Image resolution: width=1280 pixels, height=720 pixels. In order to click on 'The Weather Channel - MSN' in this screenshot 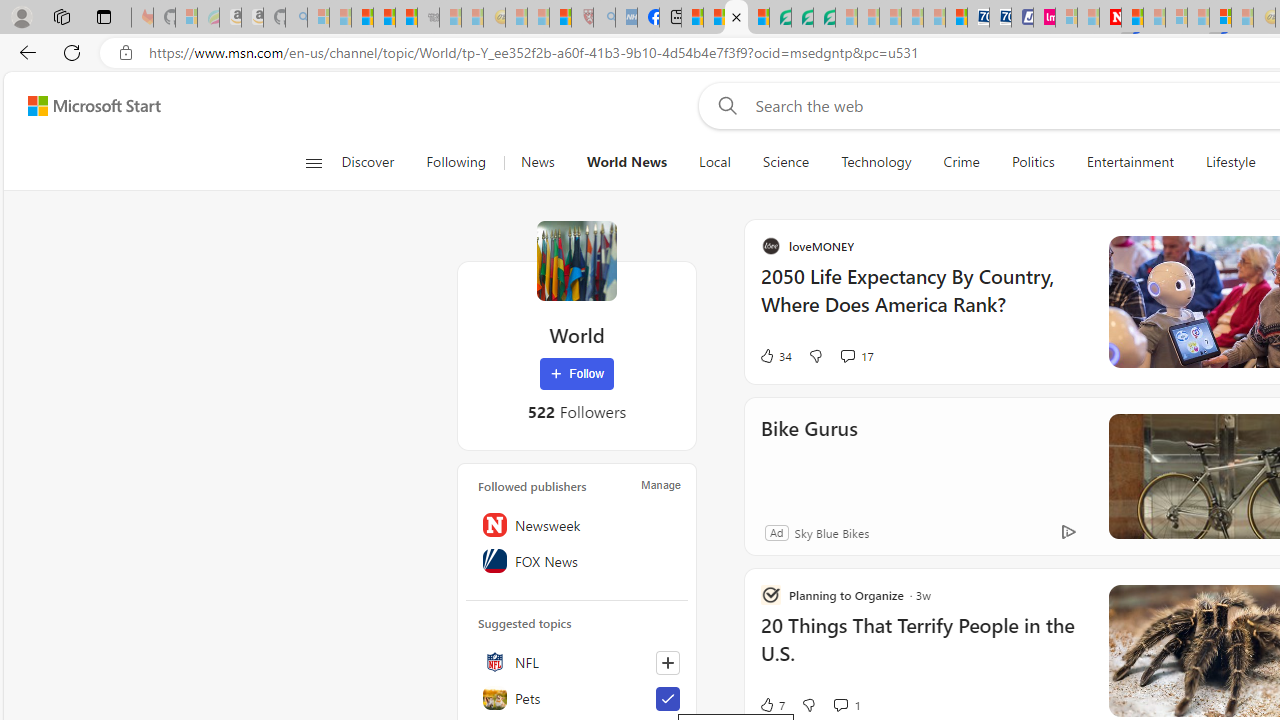, I will do `click(362, 17)`.